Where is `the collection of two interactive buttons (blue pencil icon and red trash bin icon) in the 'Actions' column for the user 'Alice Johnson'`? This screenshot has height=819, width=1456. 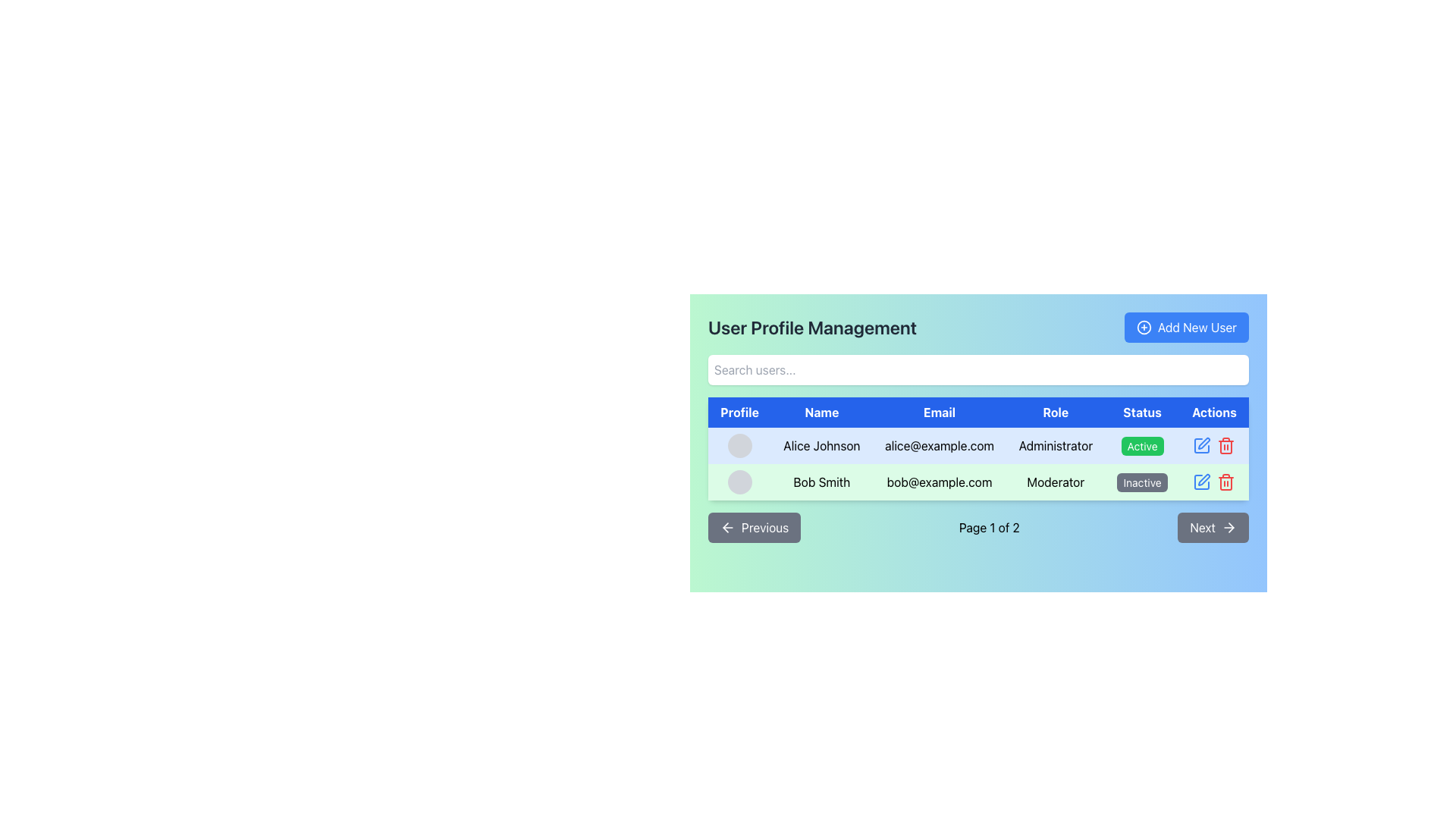 the collection of two interactive buttons (blue pencil icon and red trash bin icon) in the 'Actions' column for the user 'Alice Johnson' is located at coordinates (1214, 444).